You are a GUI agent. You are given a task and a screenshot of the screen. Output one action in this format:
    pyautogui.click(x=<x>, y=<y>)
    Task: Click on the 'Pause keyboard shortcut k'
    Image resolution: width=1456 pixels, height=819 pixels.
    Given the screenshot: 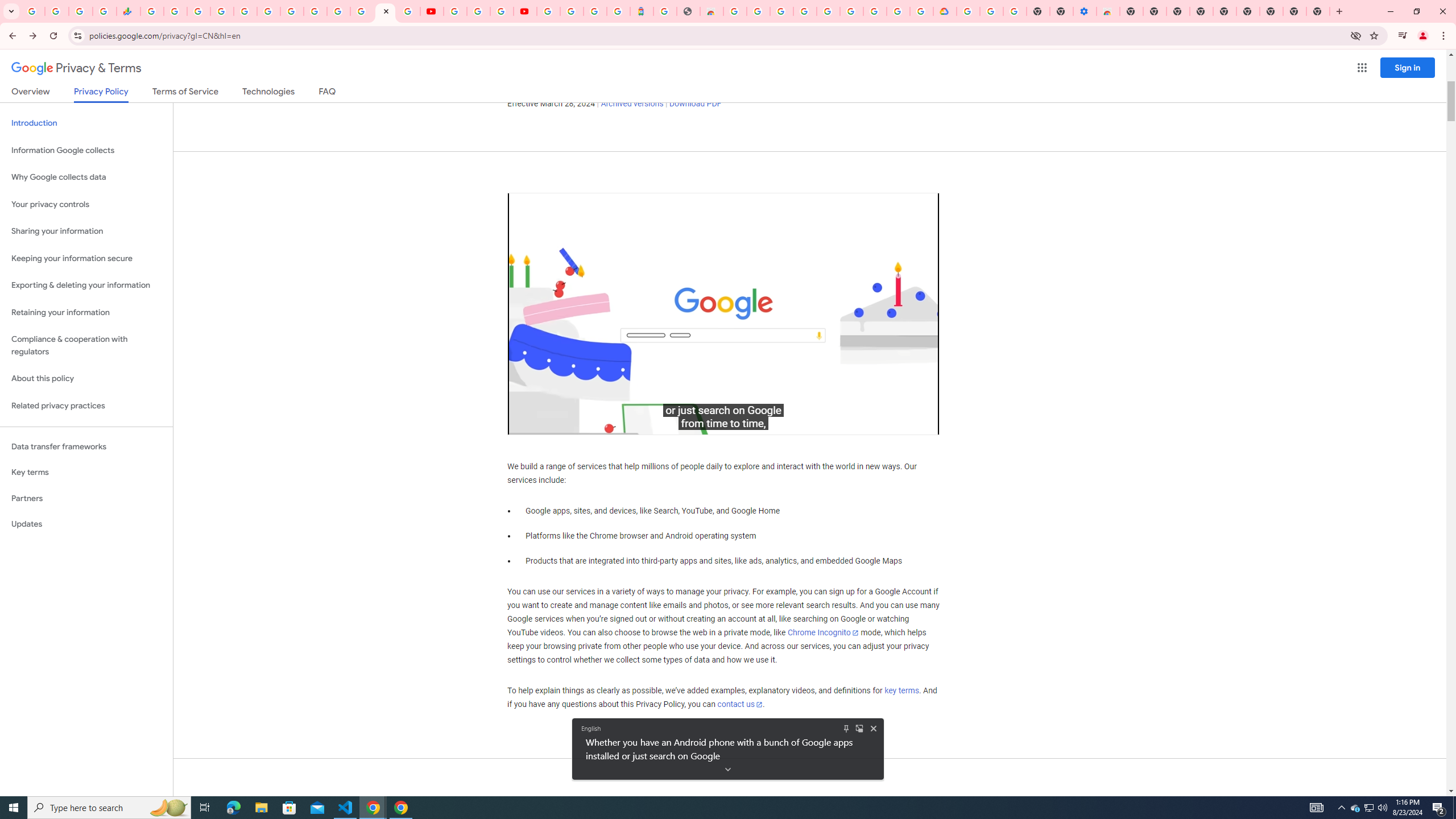 What is the action you would take?
    pyautogui.click(x=528, y=422)
    